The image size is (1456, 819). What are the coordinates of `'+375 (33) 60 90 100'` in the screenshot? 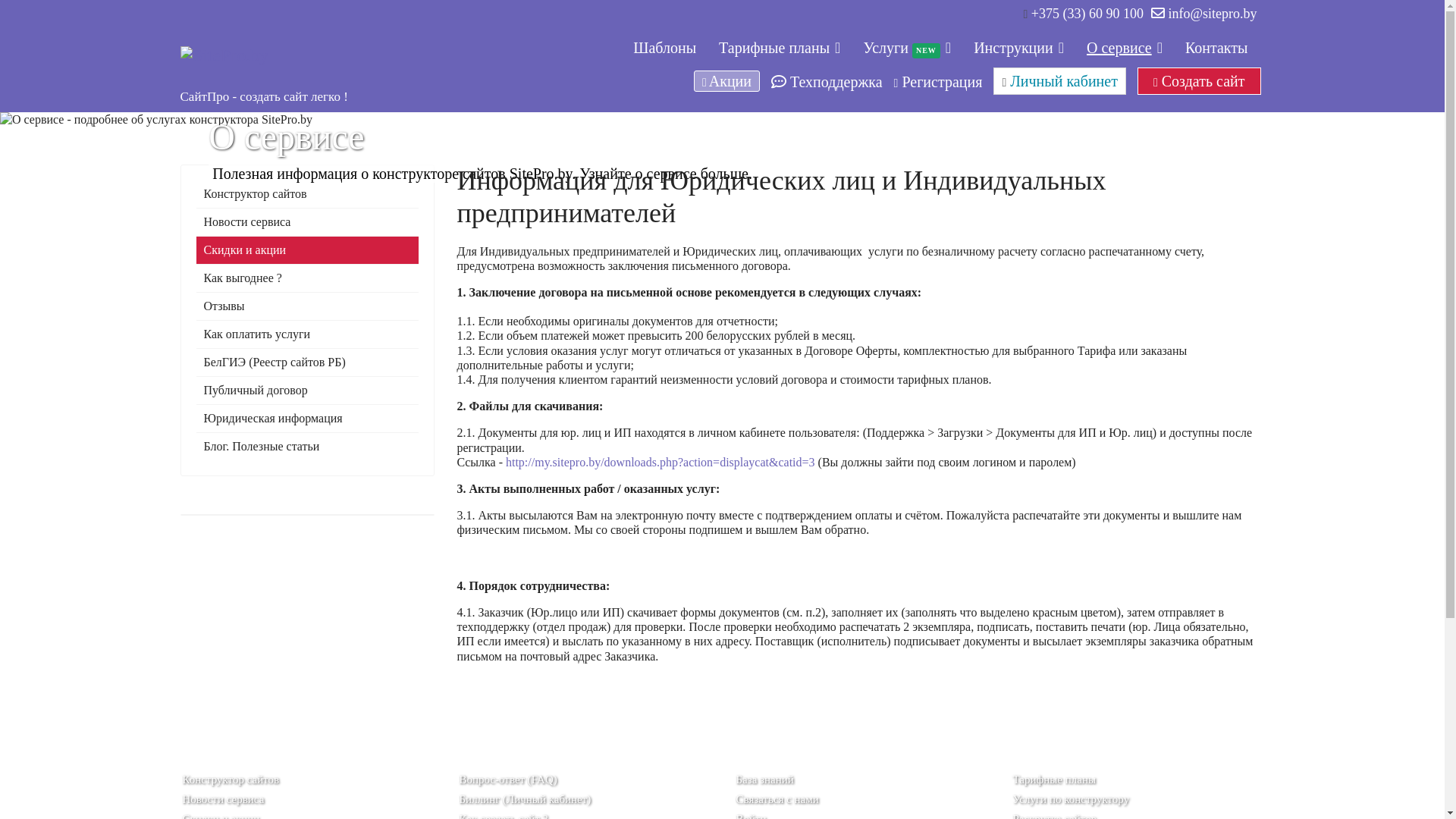 It's located at (1087, 14).